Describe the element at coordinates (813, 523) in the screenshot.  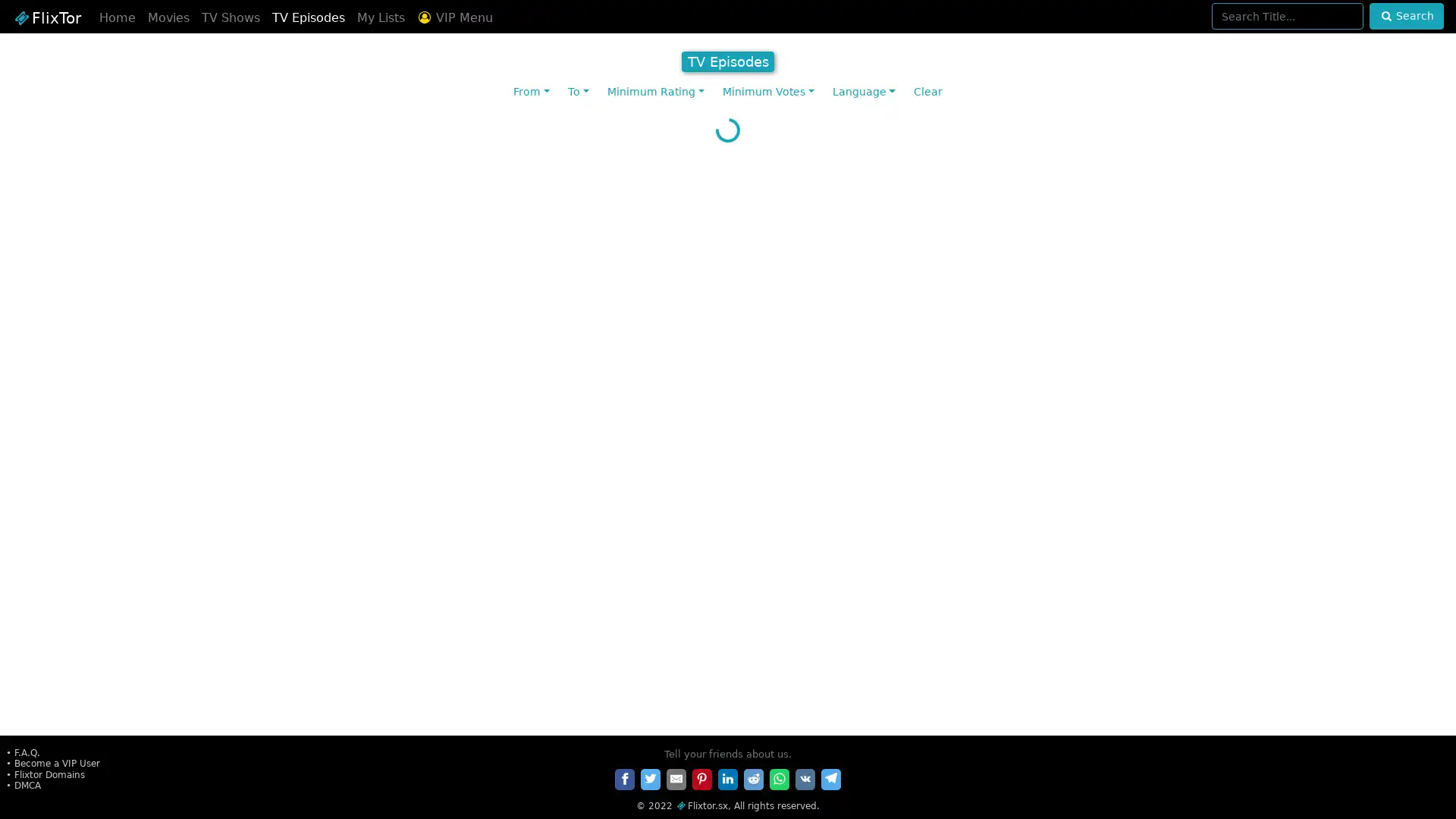
I see `Watch Now` at that location.